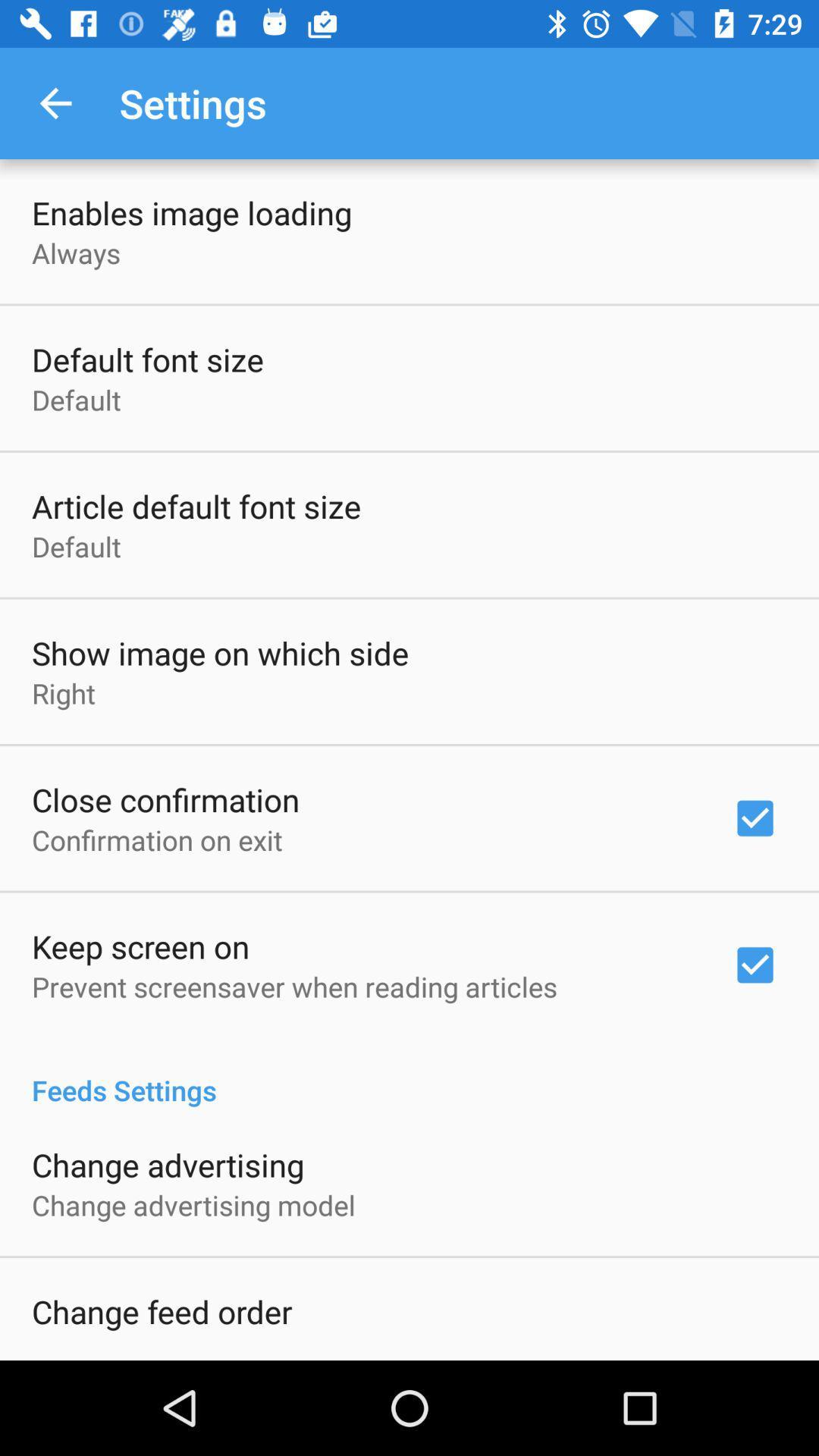 This screenshot has width=819, height=1456. What do you see at coordinates (55, 102) in the screenshot?
I see `the icon next to settings item` at bounding box center [55, 102].